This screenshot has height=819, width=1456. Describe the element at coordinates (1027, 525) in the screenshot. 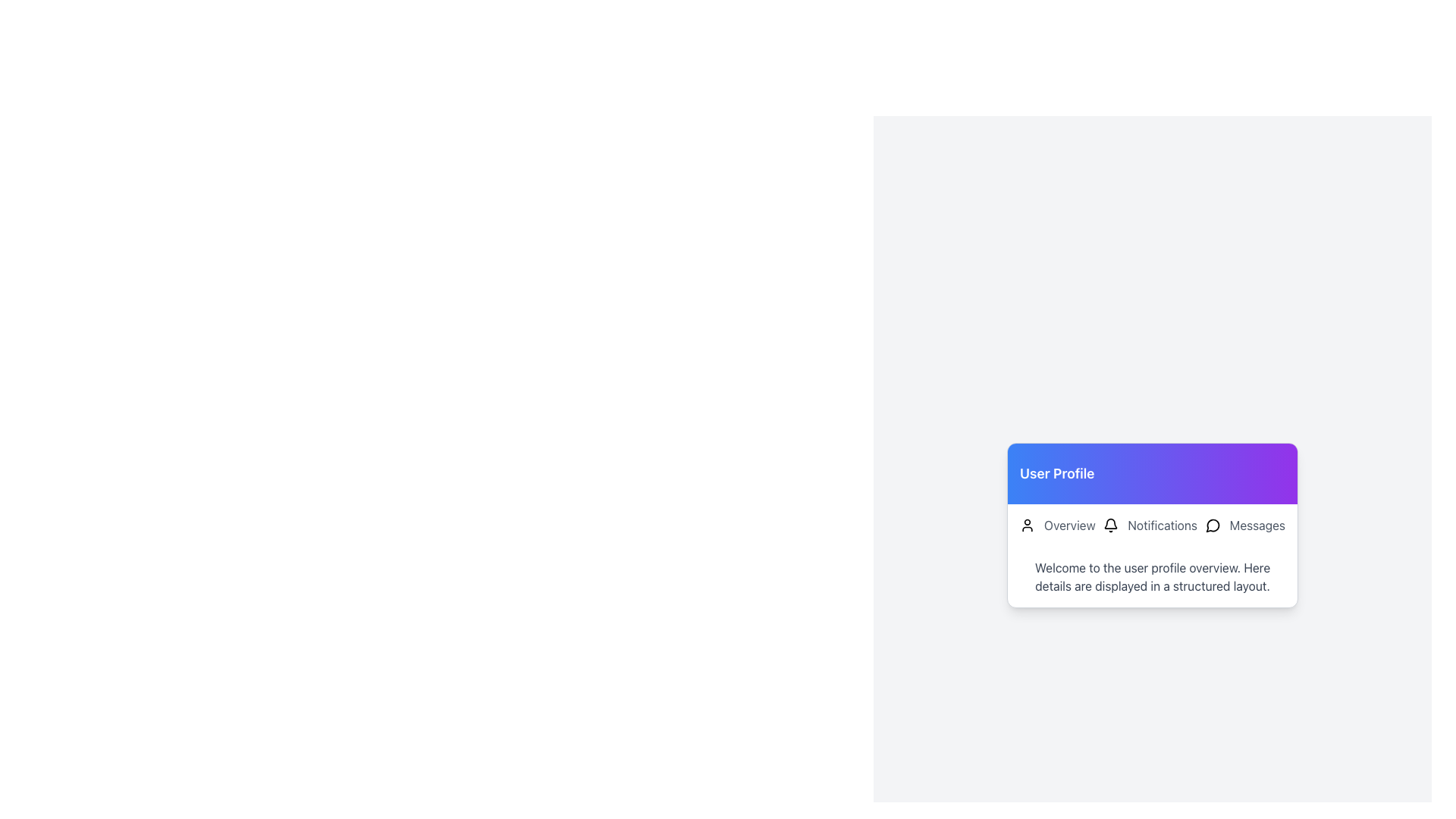

I see `the user profile icon located to the left of the 'Overview' text in the navigation section of the user profile card` at that location.